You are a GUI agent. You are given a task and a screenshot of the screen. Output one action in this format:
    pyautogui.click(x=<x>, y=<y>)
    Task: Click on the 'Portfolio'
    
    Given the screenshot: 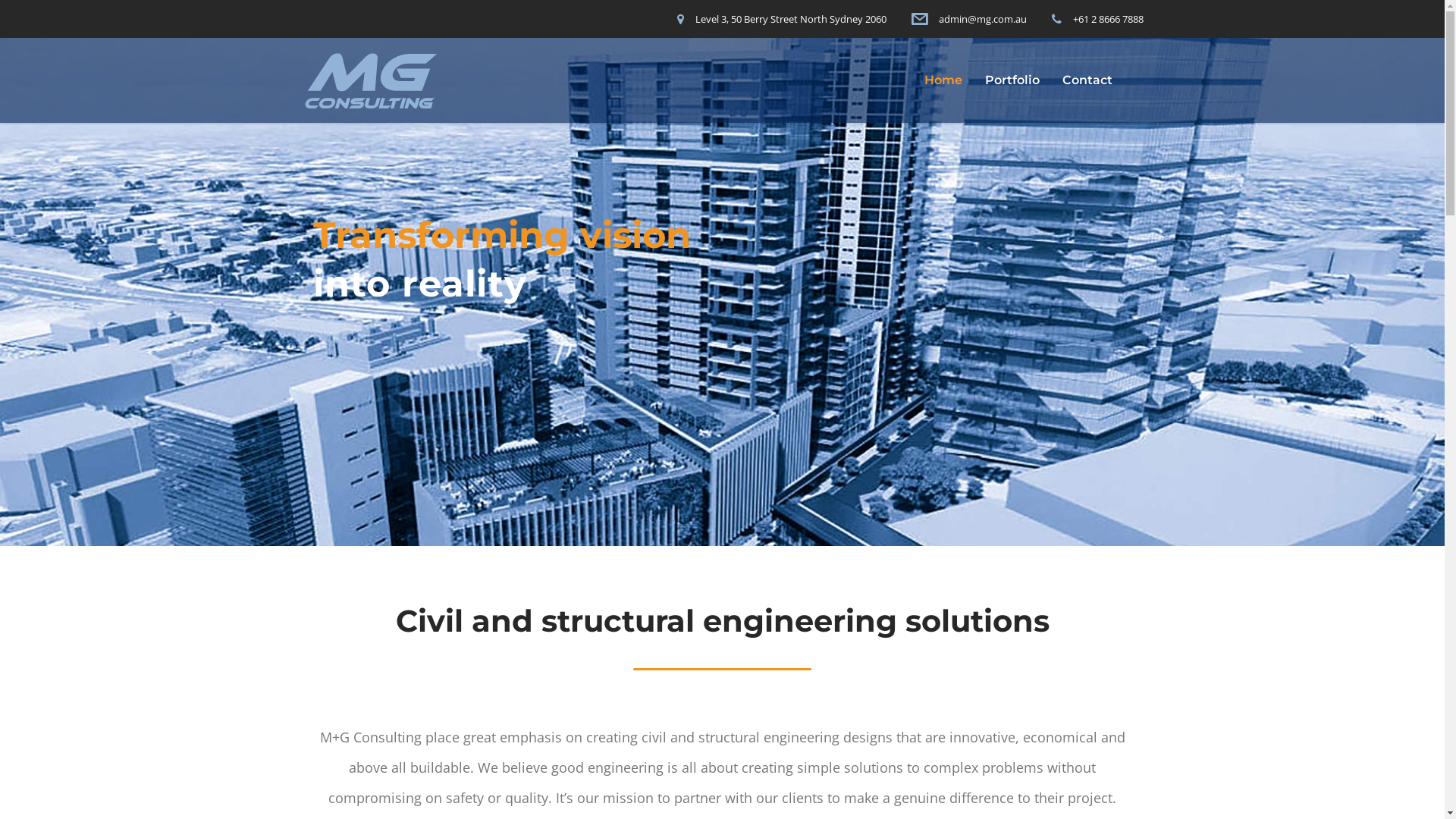 What is the action you would take?
    pyautogui.click(x=1012, y=80)
    